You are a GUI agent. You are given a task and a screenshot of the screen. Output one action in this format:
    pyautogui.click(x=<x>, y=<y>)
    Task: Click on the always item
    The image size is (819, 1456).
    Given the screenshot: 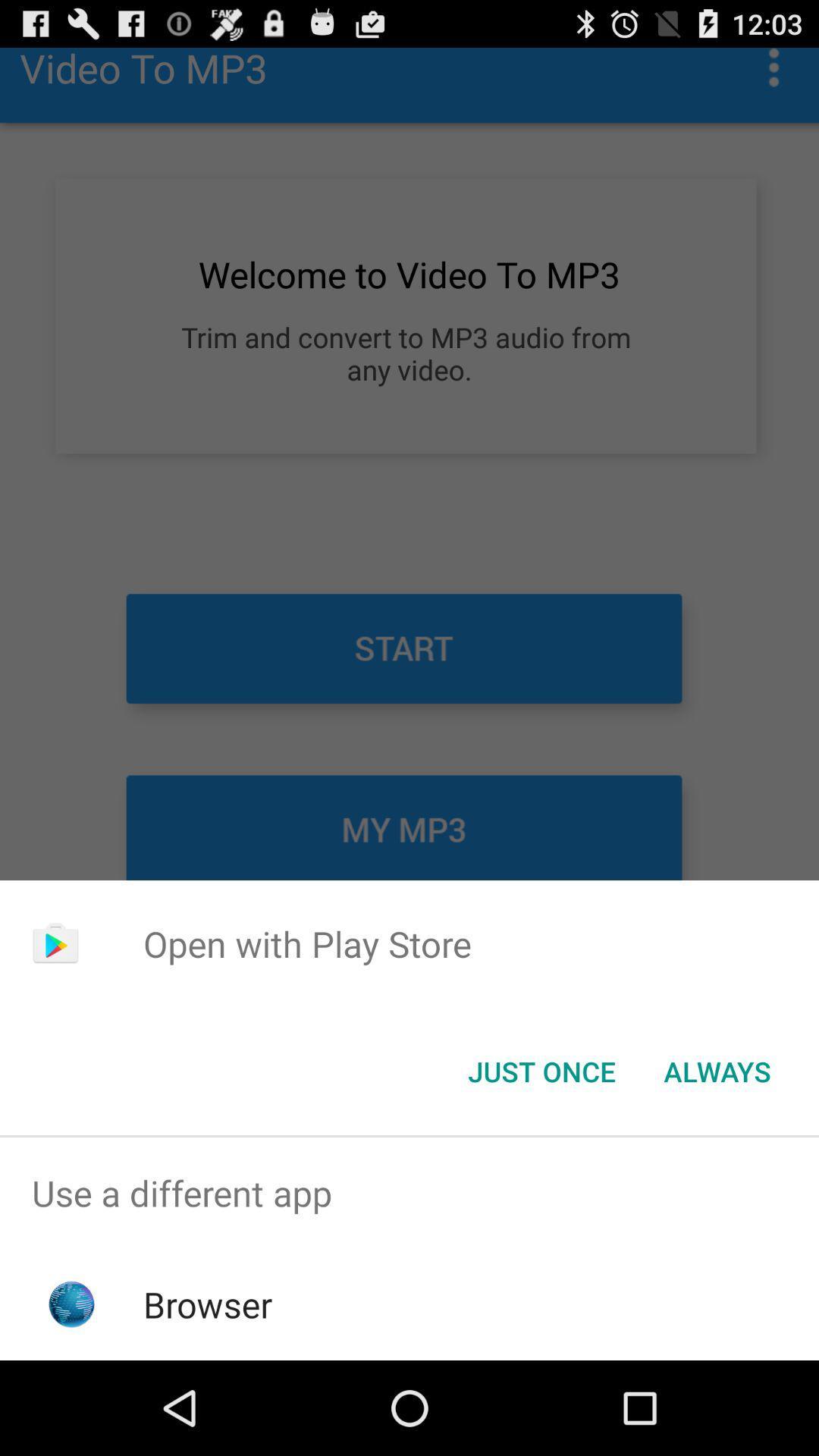 What is the action you would take?
    pyautogui.click(x=717, y=1070)
    